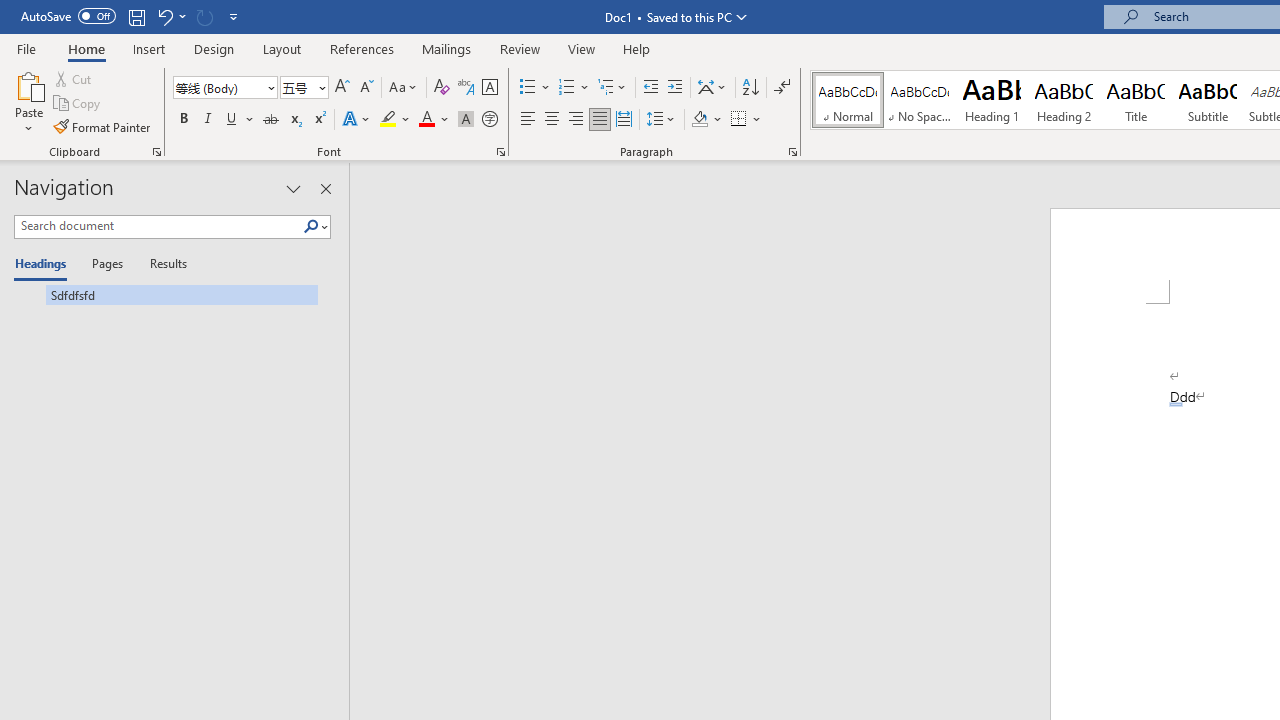 The width and height of the screenshot is (1280, 720). What do you see at coordinates (501, 150) in the screenshot?
I see `'Font...'` at bounding box center [501, 150].